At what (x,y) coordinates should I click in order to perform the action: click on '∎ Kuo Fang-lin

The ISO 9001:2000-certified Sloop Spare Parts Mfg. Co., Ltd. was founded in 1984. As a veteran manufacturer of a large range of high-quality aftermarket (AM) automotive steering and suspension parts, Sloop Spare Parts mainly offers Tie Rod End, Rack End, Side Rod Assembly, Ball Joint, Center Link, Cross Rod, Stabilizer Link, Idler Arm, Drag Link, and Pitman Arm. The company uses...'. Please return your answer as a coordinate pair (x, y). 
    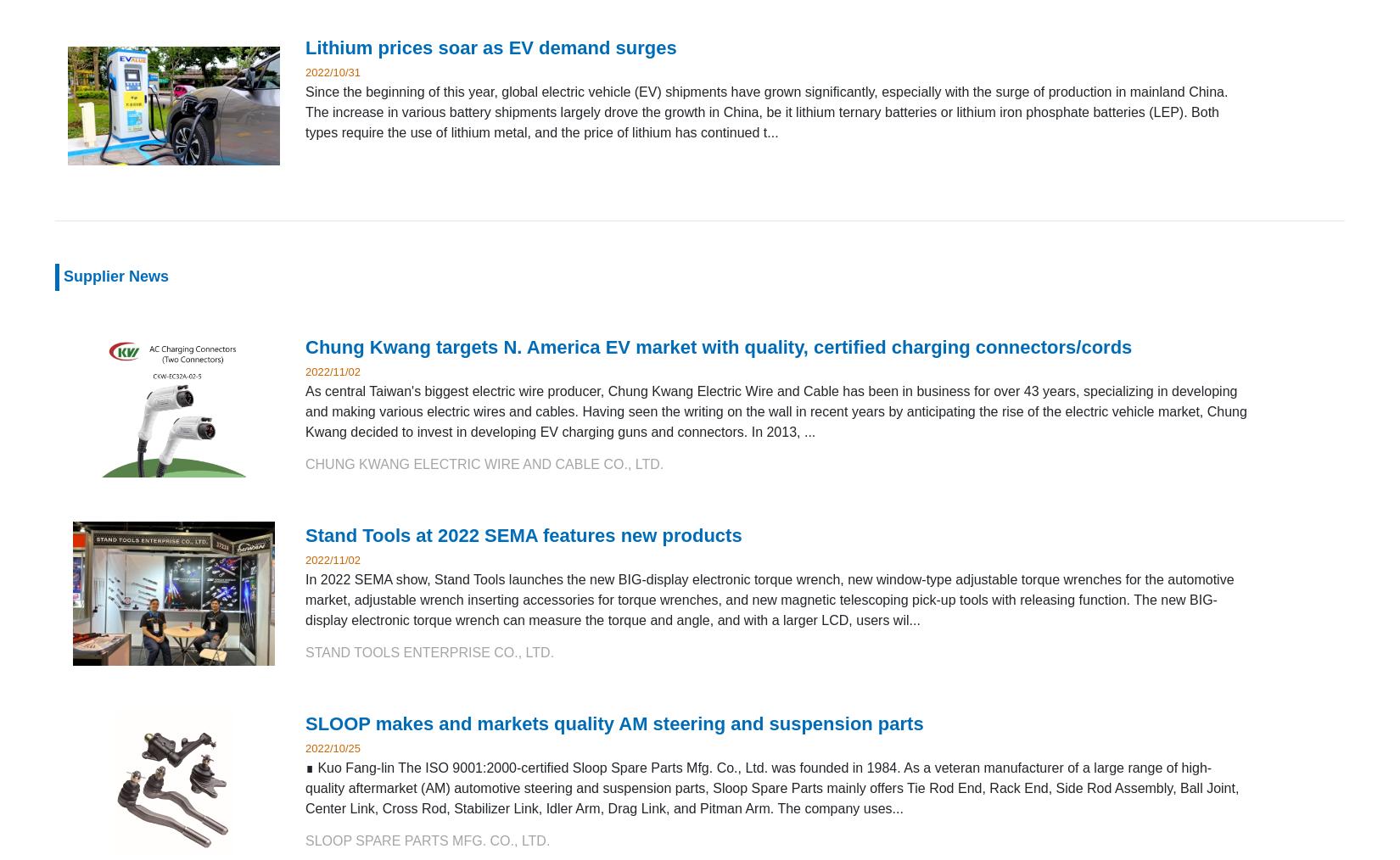
    Looking at the image, I should click on (771, 786).